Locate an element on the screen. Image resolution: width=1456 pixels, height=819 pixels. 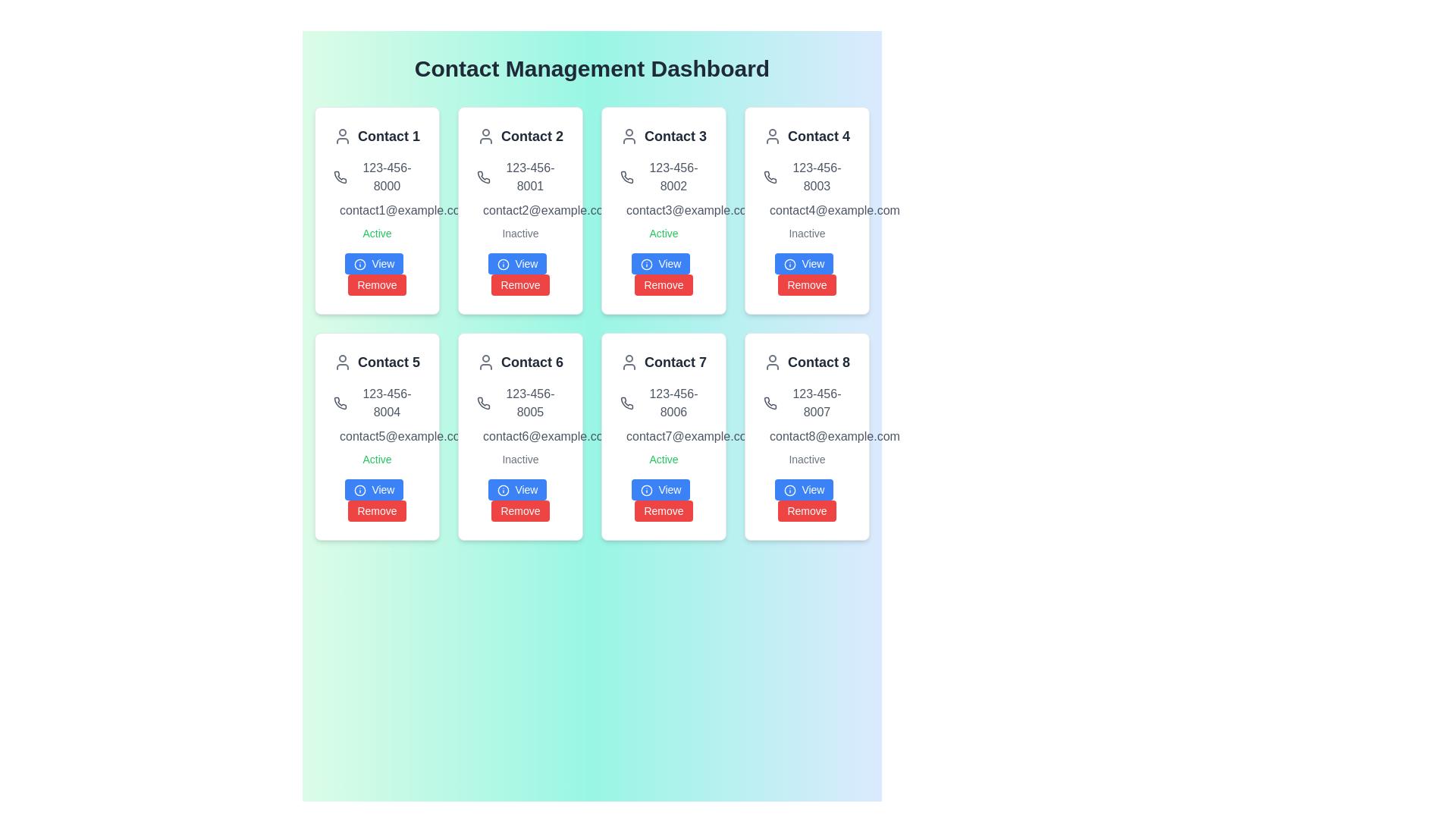
the telecommunication icon resembling a phone receiver located to the left of the phone number '123-456-8006' for 'Contact 7' is located at coordinates (626, 403).